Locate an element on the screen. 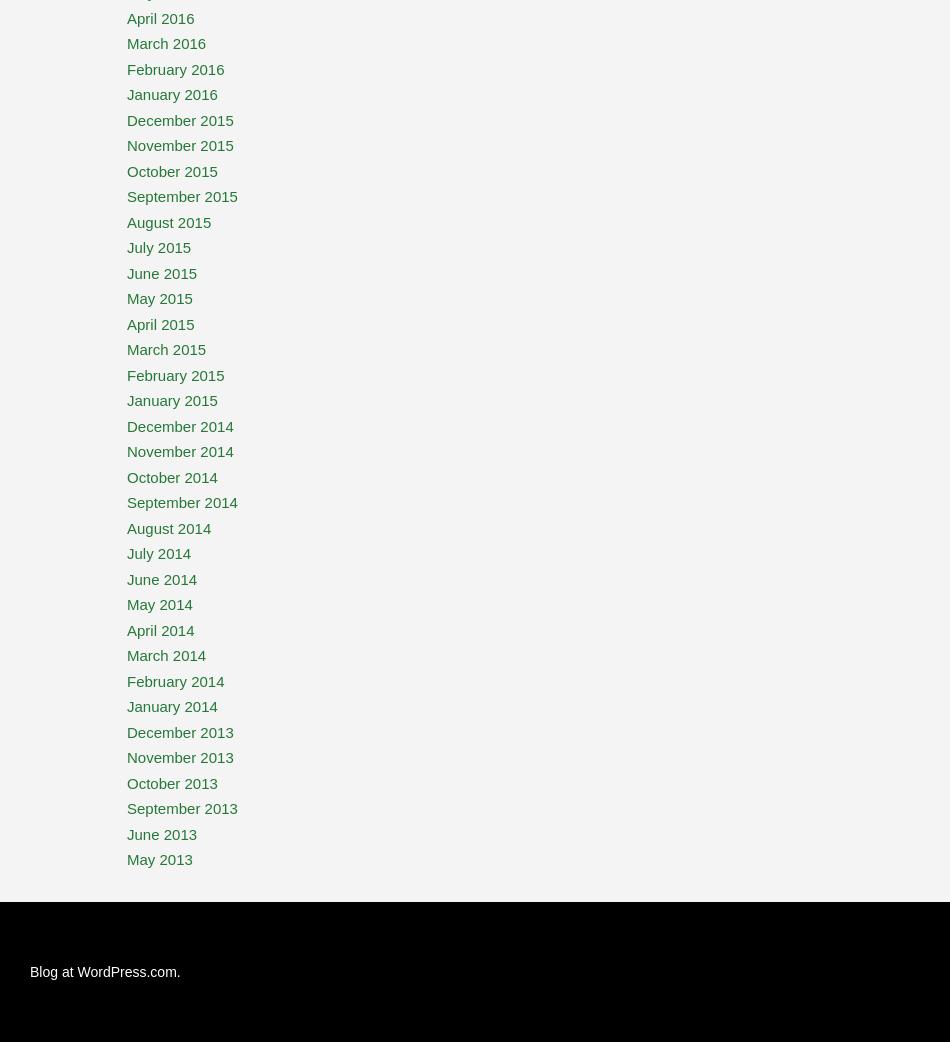  'November 2013' is located at coordinates (180, 756).